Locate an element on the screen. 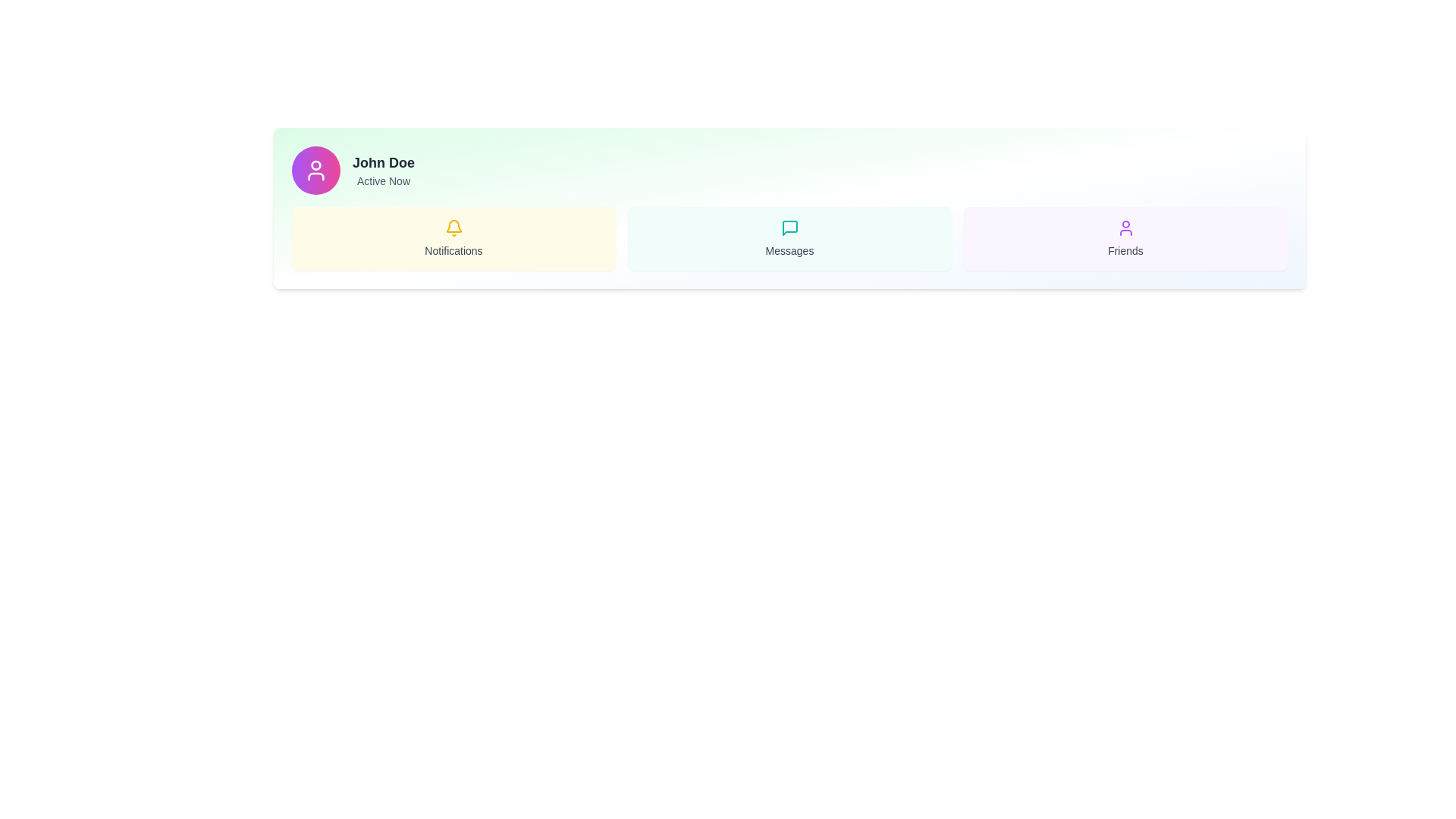  the bell icon located within the 'Notifications' section, which serves as a visual indicator for notifications is located at coordinates (453, 226).